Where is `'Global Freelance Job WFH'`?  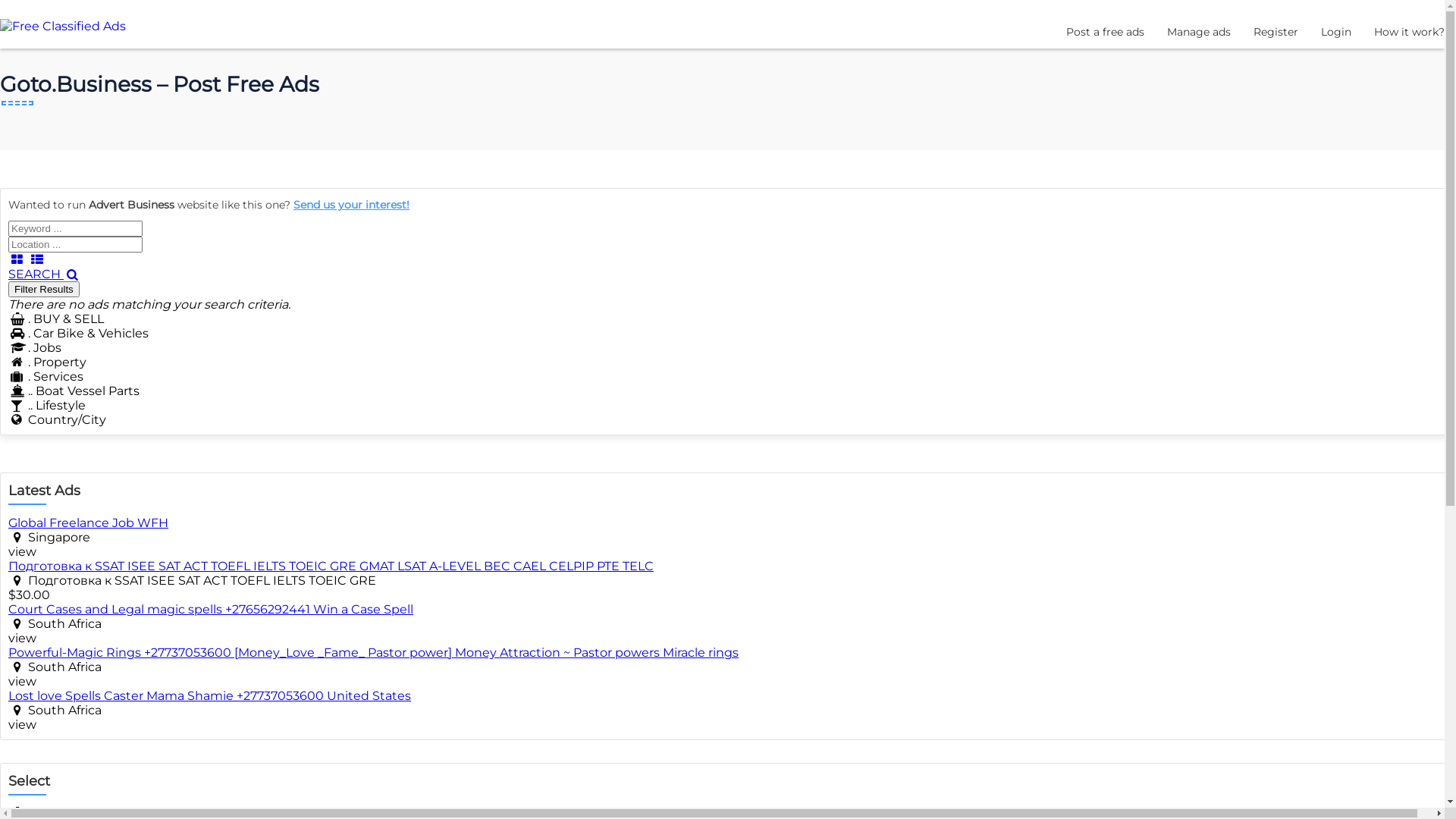
'Global Freelance Job WFH' is located at coordinates (87, 522).